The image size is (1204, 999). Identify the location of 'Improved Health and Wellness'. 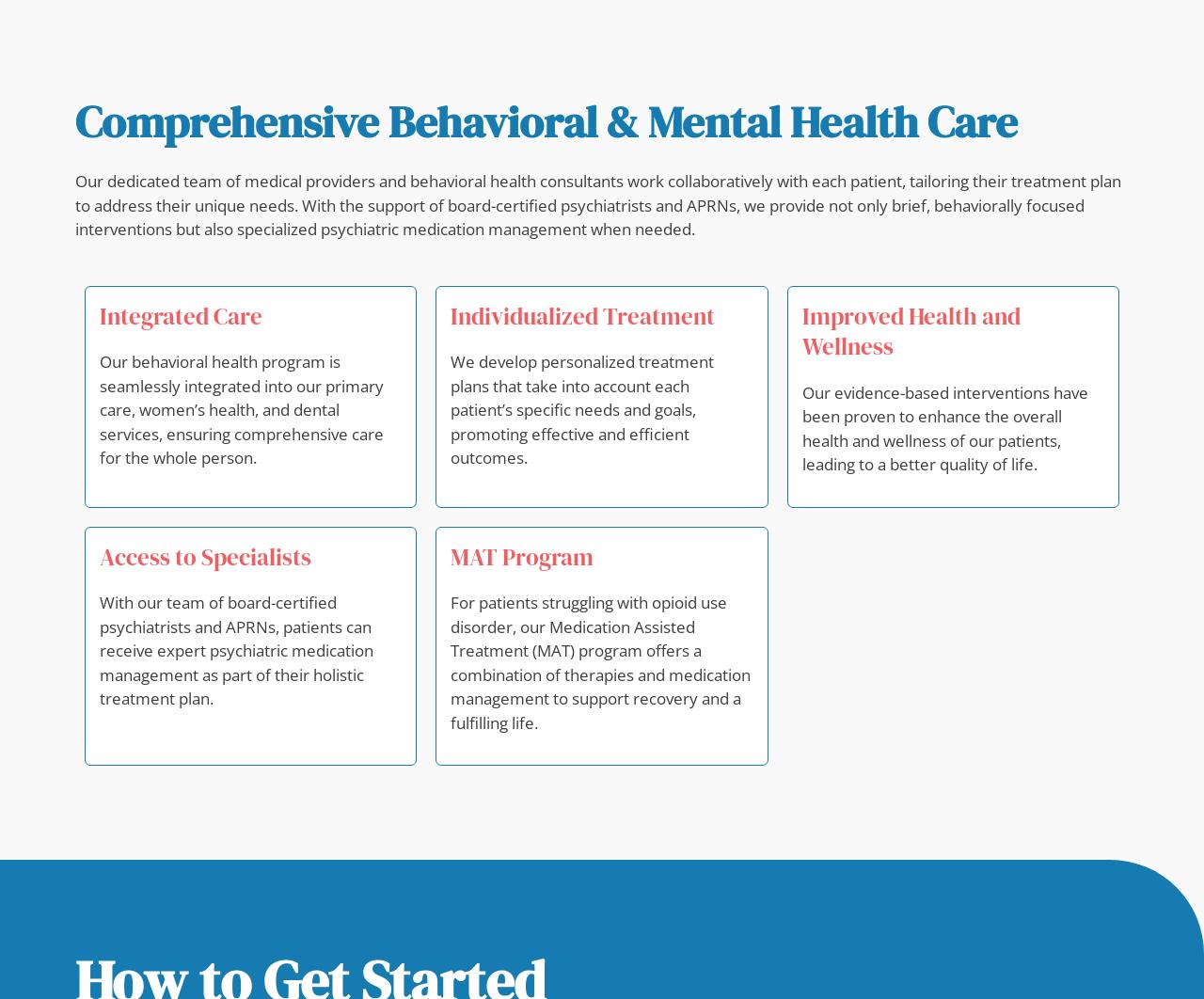
(800, 329).